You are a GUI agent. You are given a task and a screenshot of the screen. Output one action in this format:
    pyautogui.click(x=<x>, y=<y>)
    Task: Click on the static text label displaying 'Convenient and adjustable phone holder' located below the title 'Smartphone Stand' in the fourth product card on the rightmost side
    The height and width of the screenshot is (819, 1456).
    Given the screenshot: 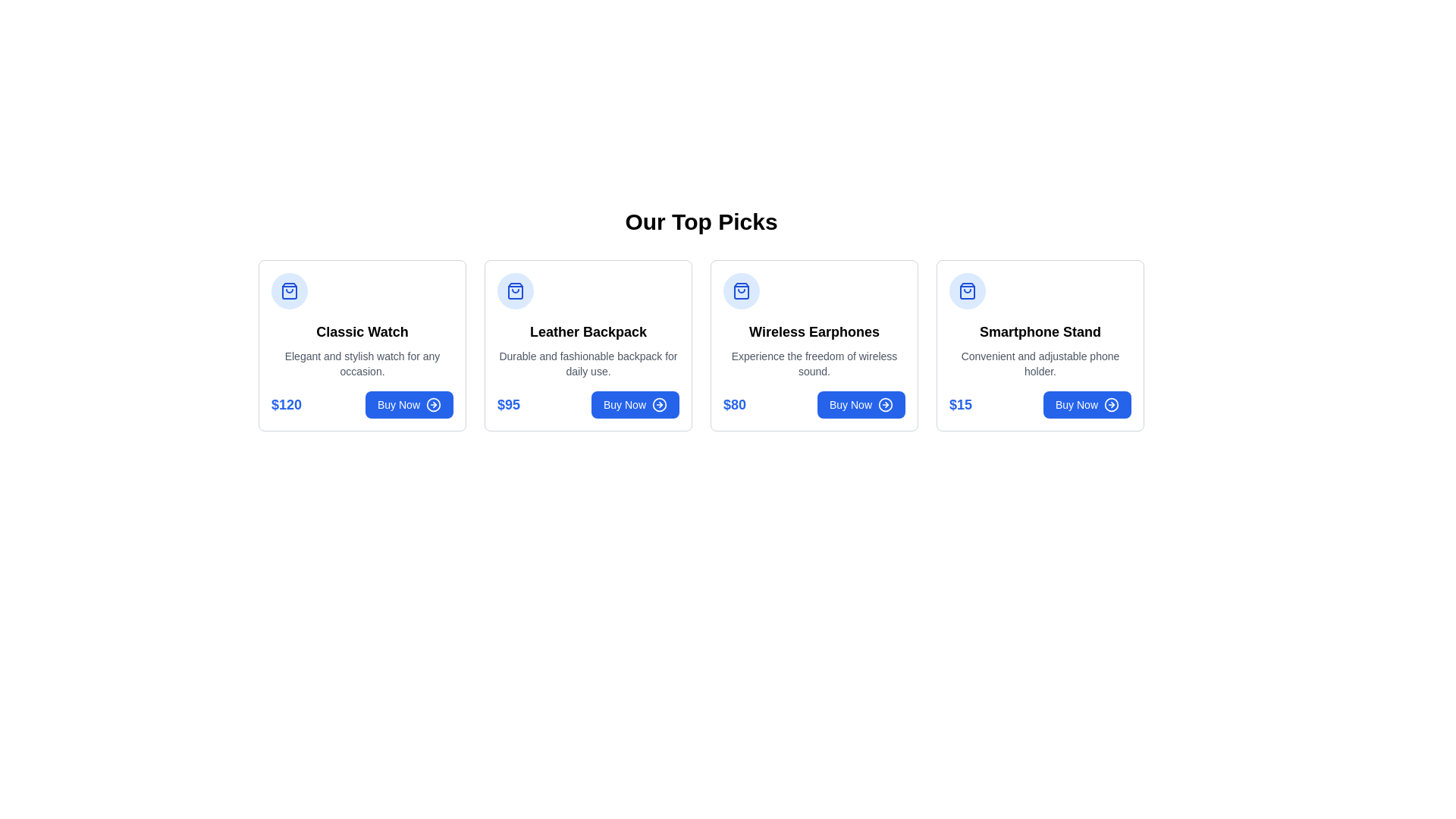 What is the action you would take?
    pyautogui.click(x=1040, y=363)
    